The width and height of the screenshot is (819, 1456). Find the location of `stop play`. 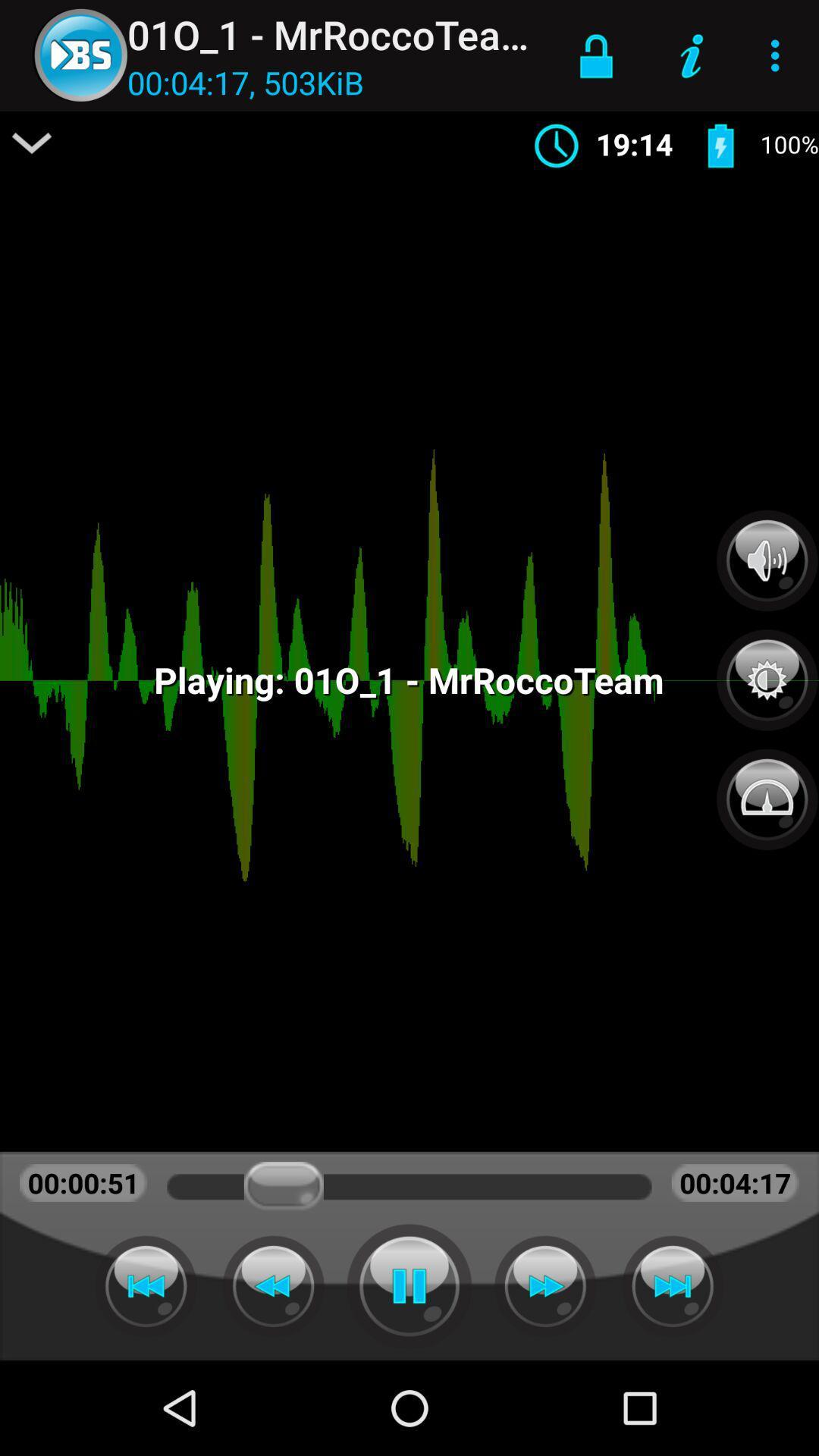

stop play is located at coordinates (409, 1285).